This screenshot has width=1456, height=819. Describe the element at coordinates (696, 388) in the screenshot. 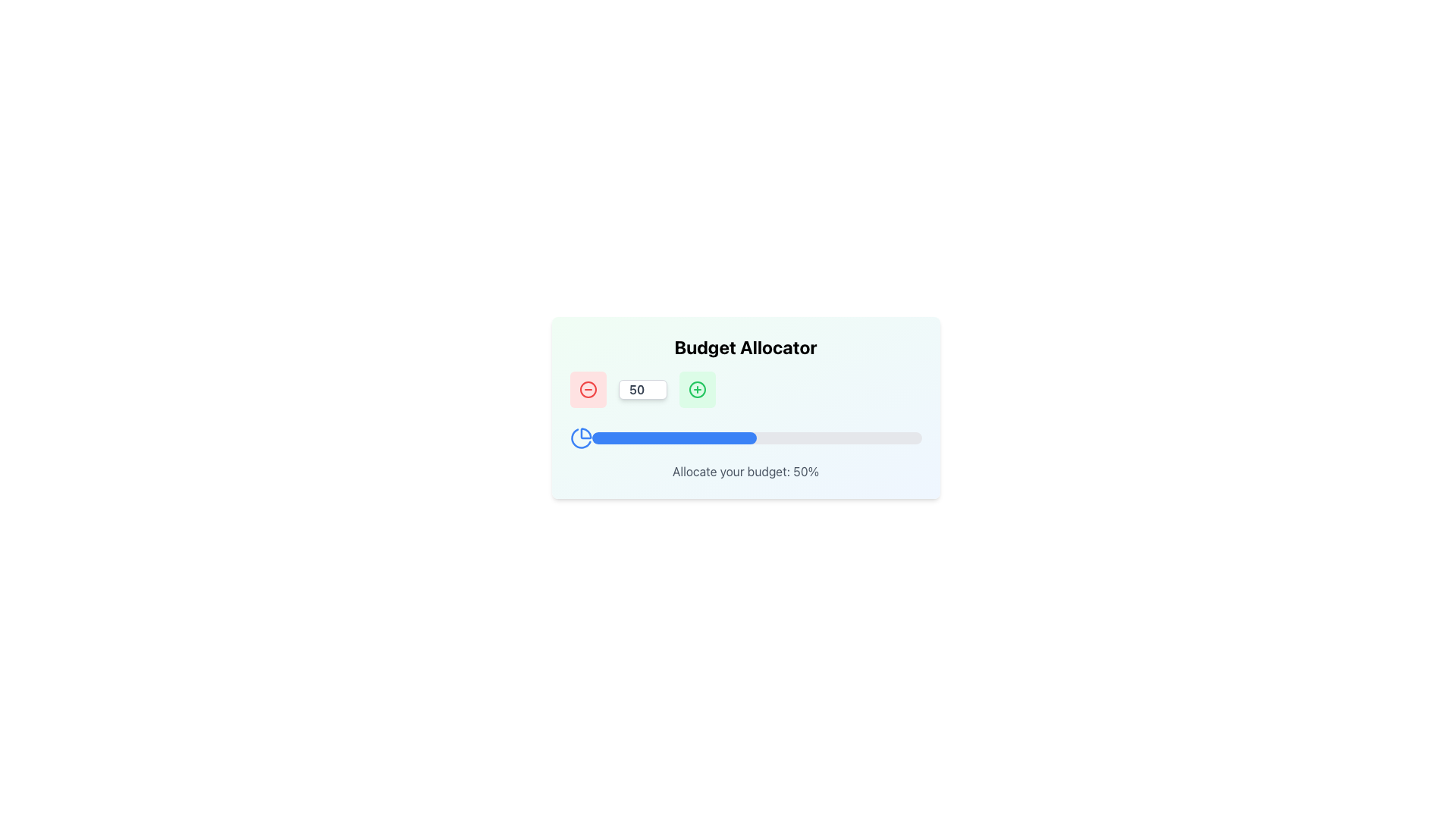

I see `the green circular button with a plus sign located inside the 'Budget Allocator' widget to increment the numerical value` at that location.